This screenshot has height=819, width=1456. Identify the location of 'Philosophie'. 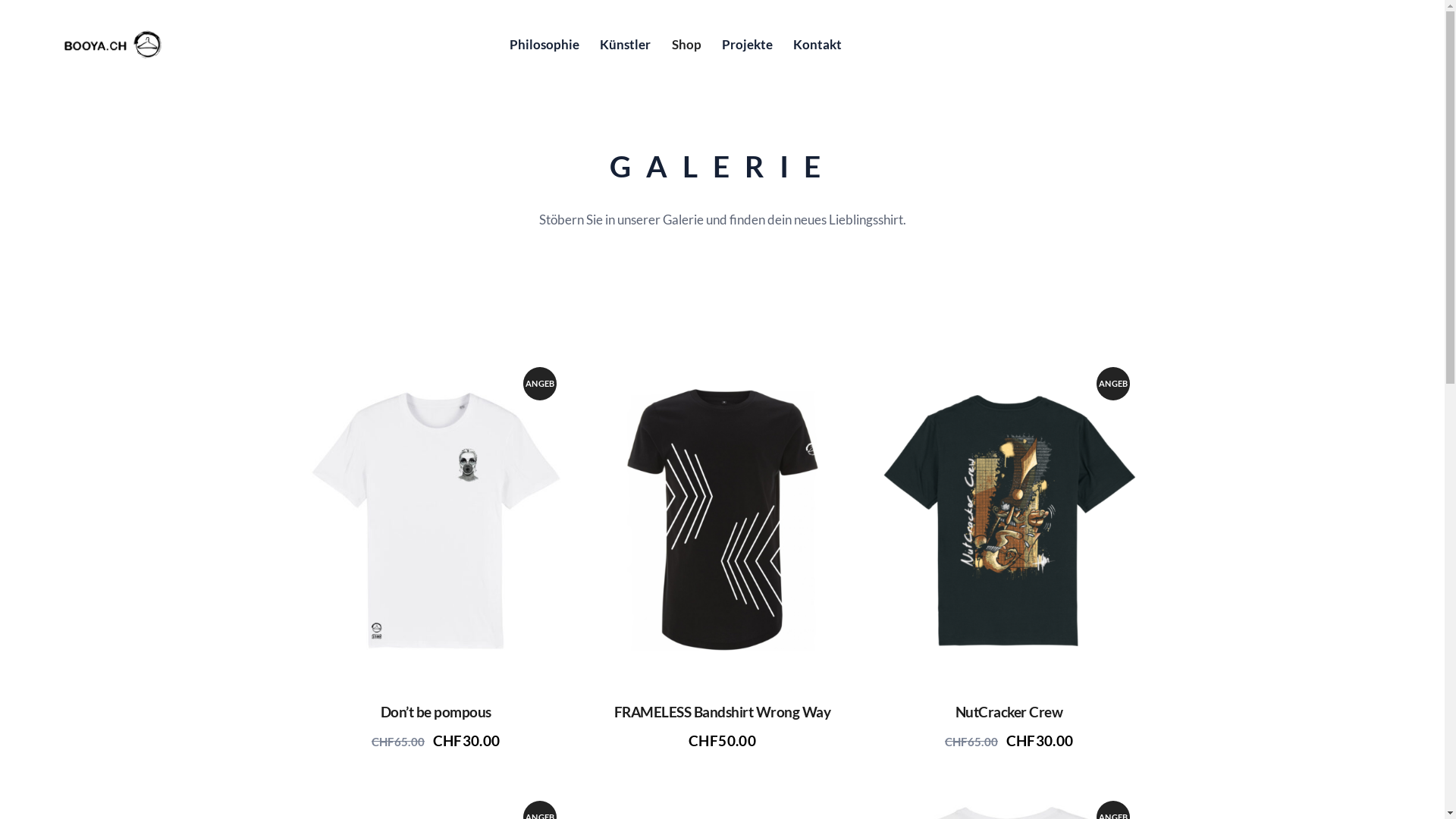
(499, 43).